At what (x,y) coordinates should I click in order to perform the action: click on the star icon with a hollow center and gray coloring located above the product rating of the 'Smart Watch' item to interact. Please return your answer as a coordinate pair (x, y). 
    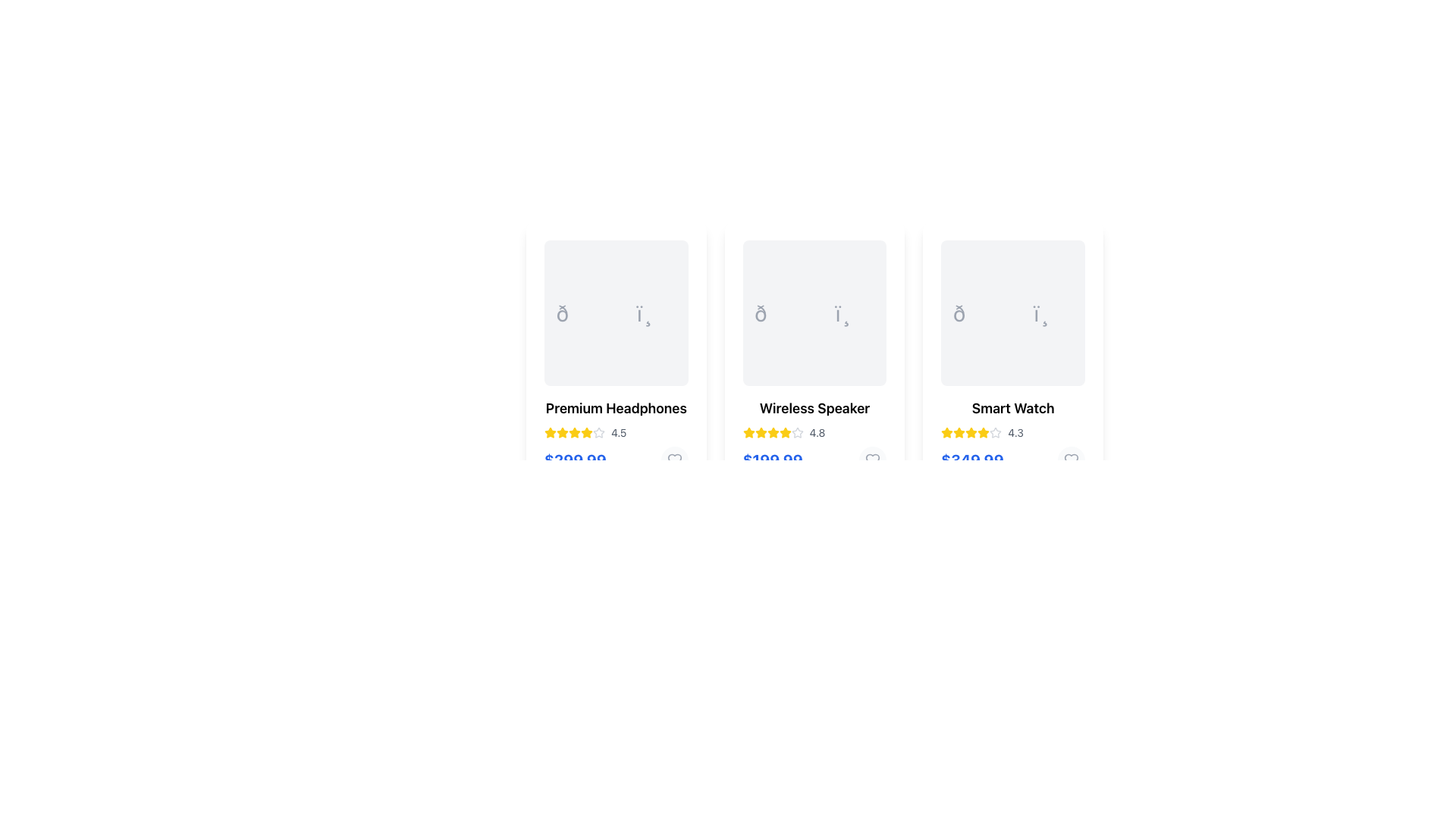
    Looking at the image, I should click on (996, 432).